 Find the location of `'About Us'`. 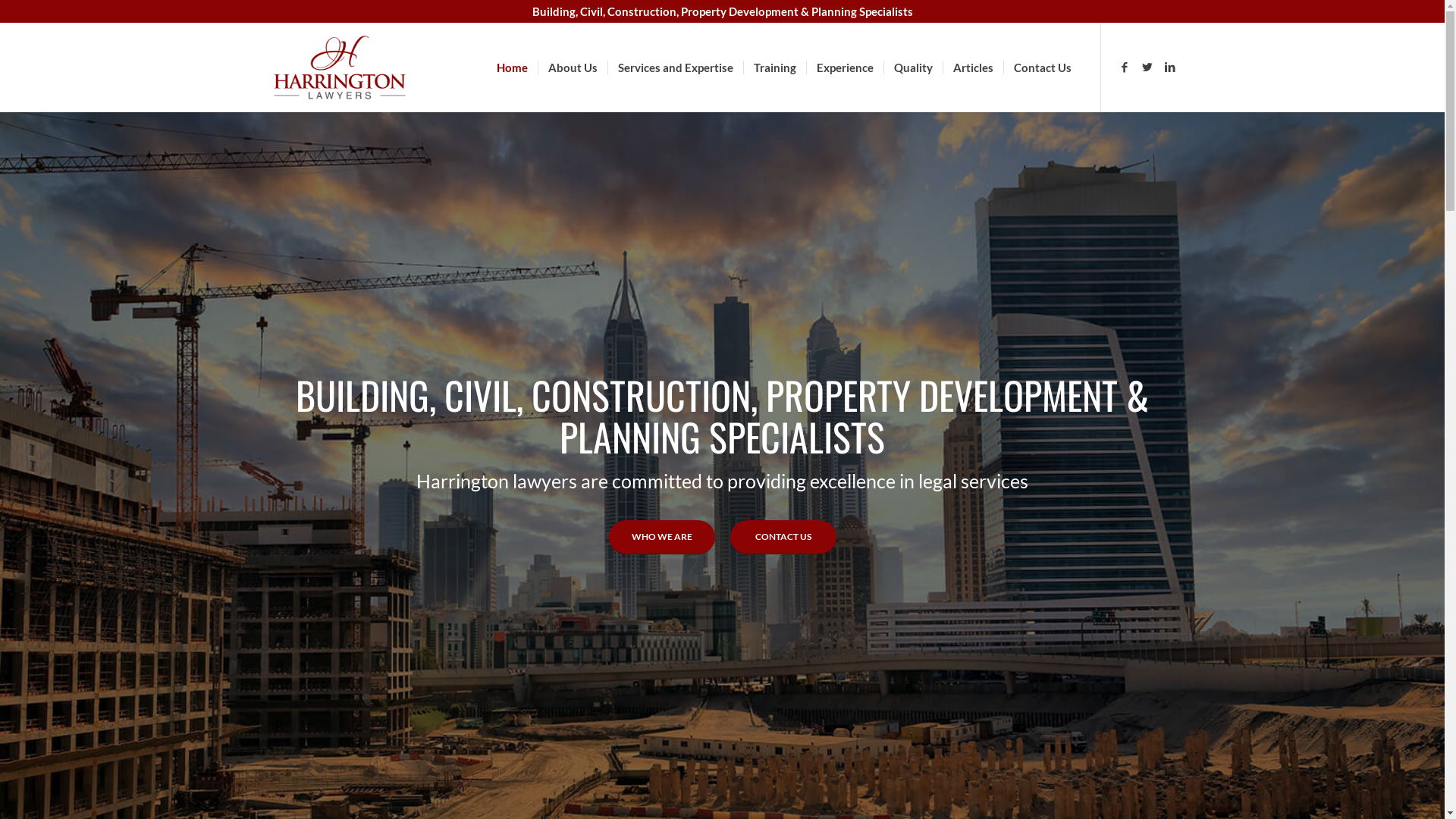

'About Us' is located at coordinates (570, 66).